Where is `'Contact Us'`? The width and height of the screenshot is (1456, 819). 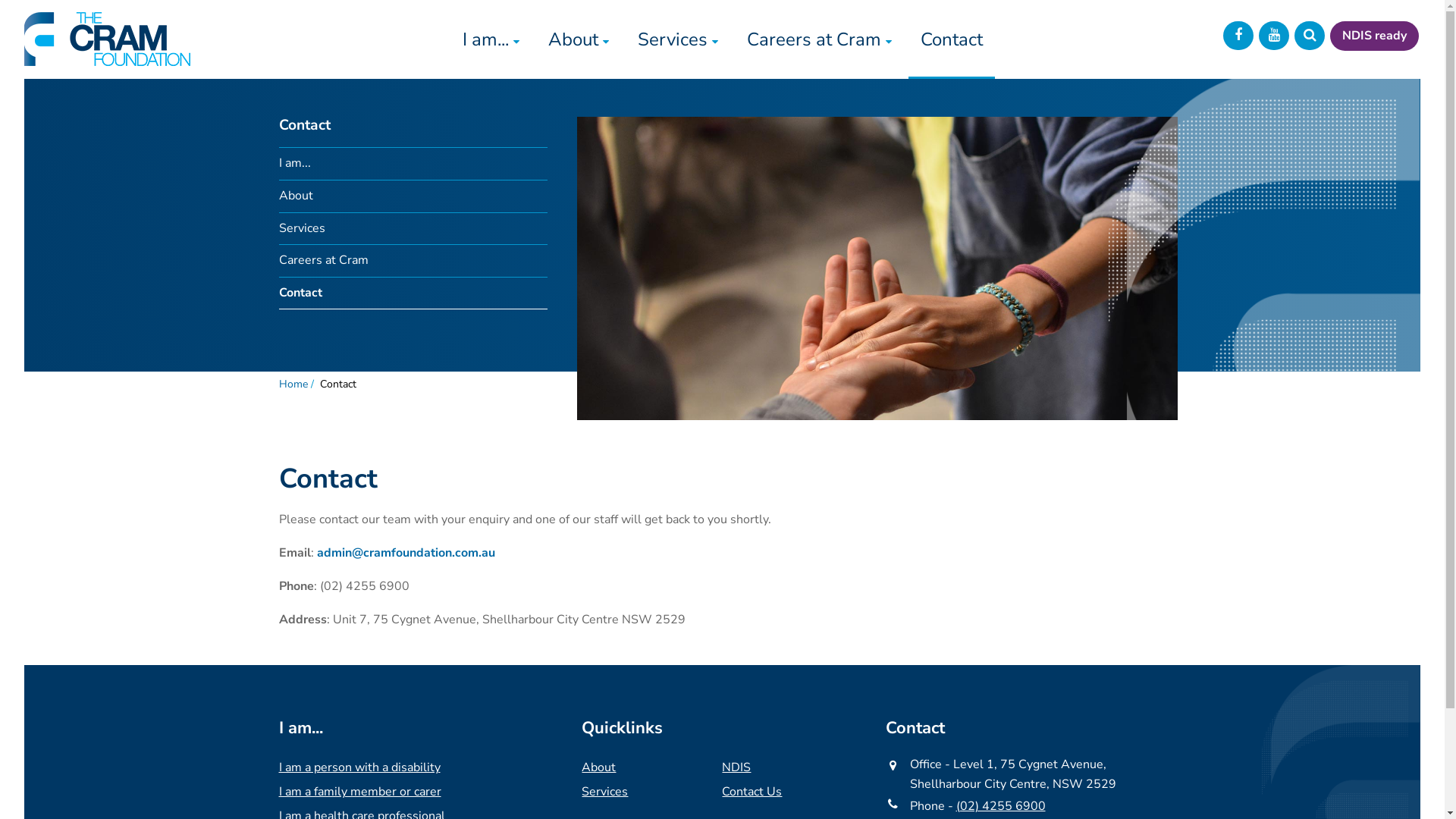 'Contact Us' is located at coordinates (752, 791).